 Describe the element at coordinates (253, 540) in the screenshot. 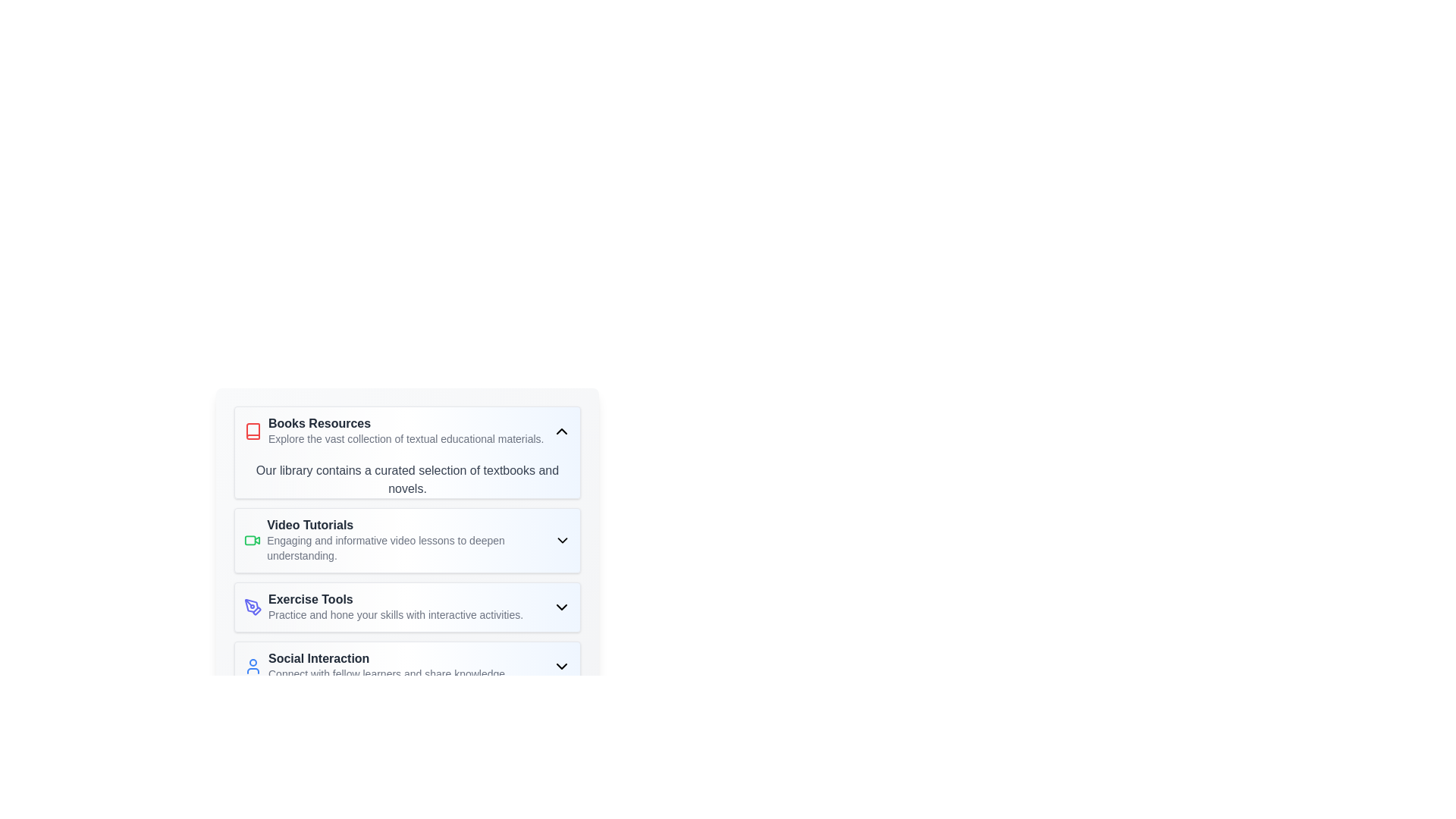

I see `the decorative icon representing video tutorials, located to the left of the 'Video Tutorials' heading in the features list` at that location.